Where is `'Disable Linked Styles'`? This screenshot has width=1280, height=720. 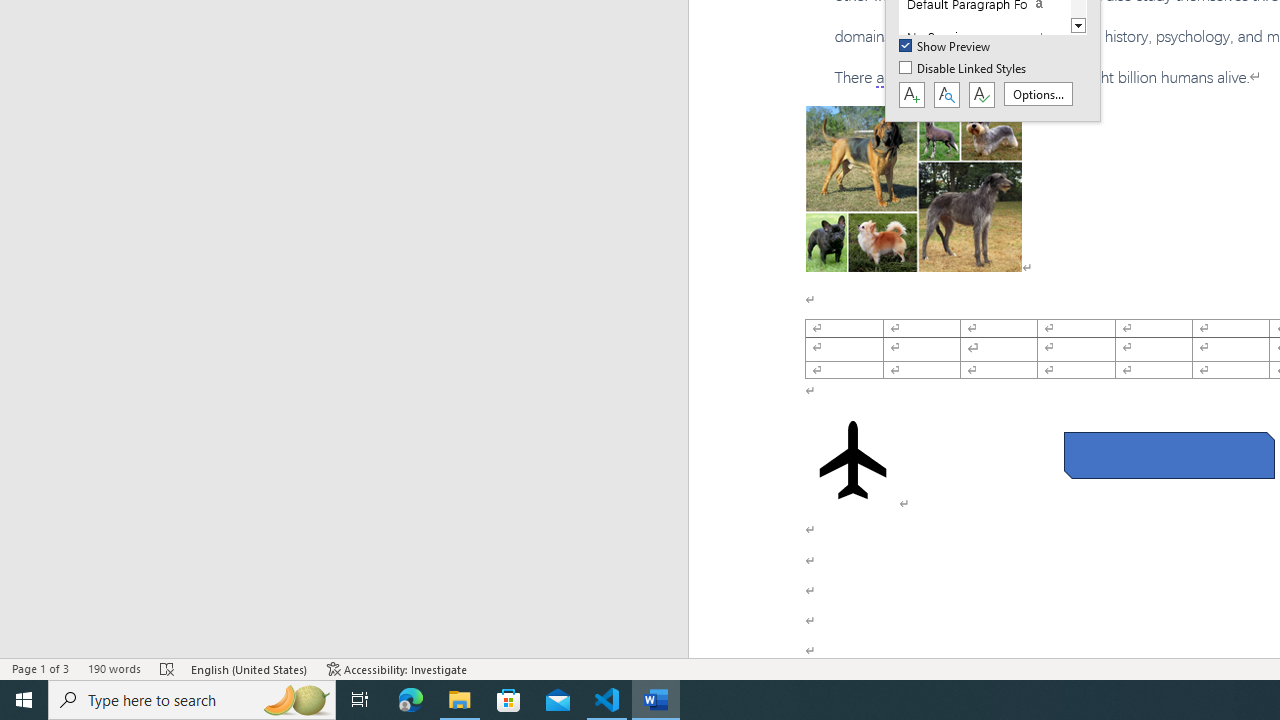
'Disable Linked Styles' is located at coordinates (964, 68).